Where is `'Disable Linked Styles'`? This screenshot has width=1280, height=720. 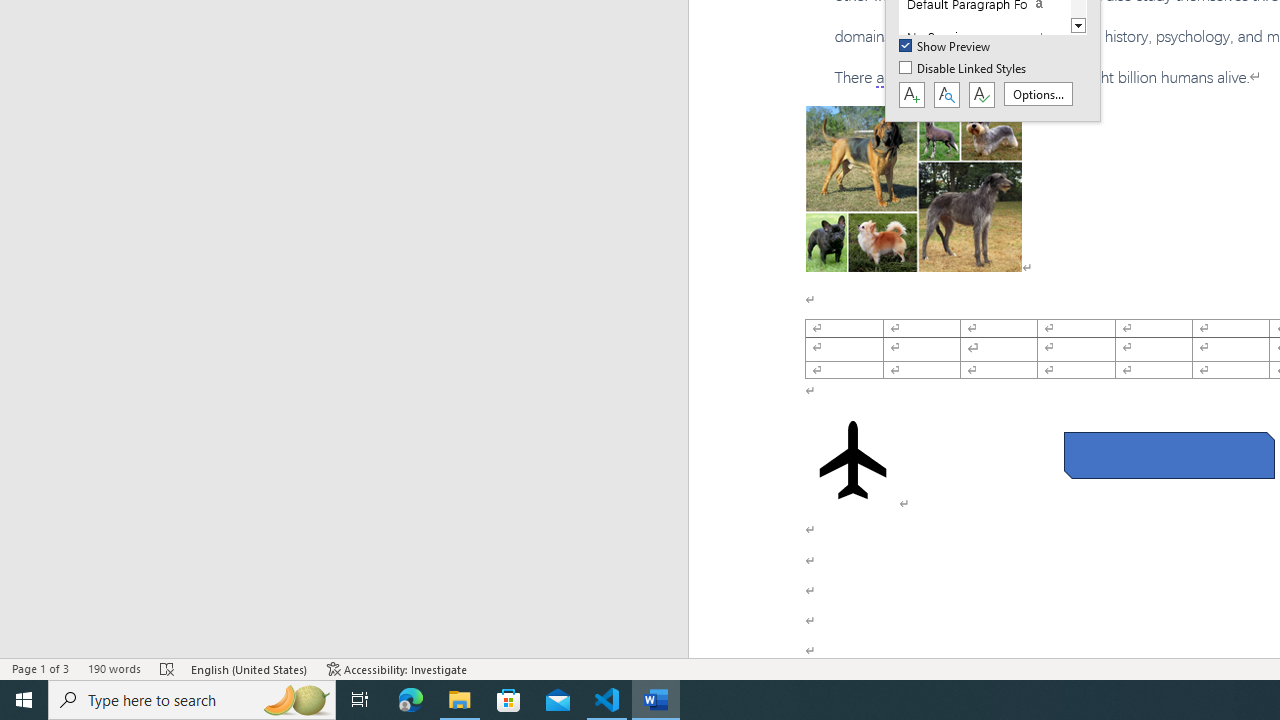
'Disable Linked Styles' is located at coordinates (964, 68).